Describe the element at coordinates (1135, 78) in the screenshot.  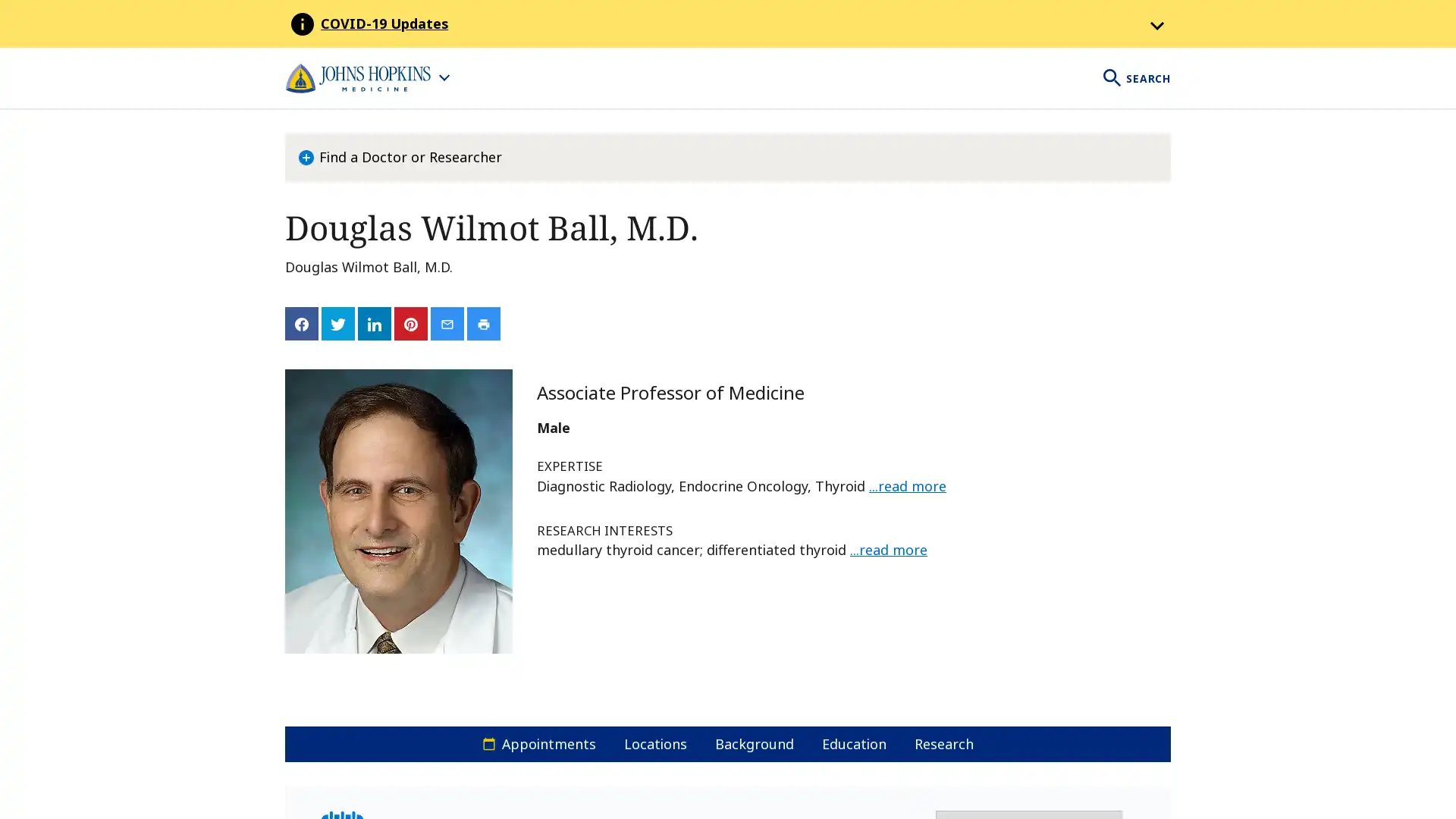
I see `SEARCH` at that location.